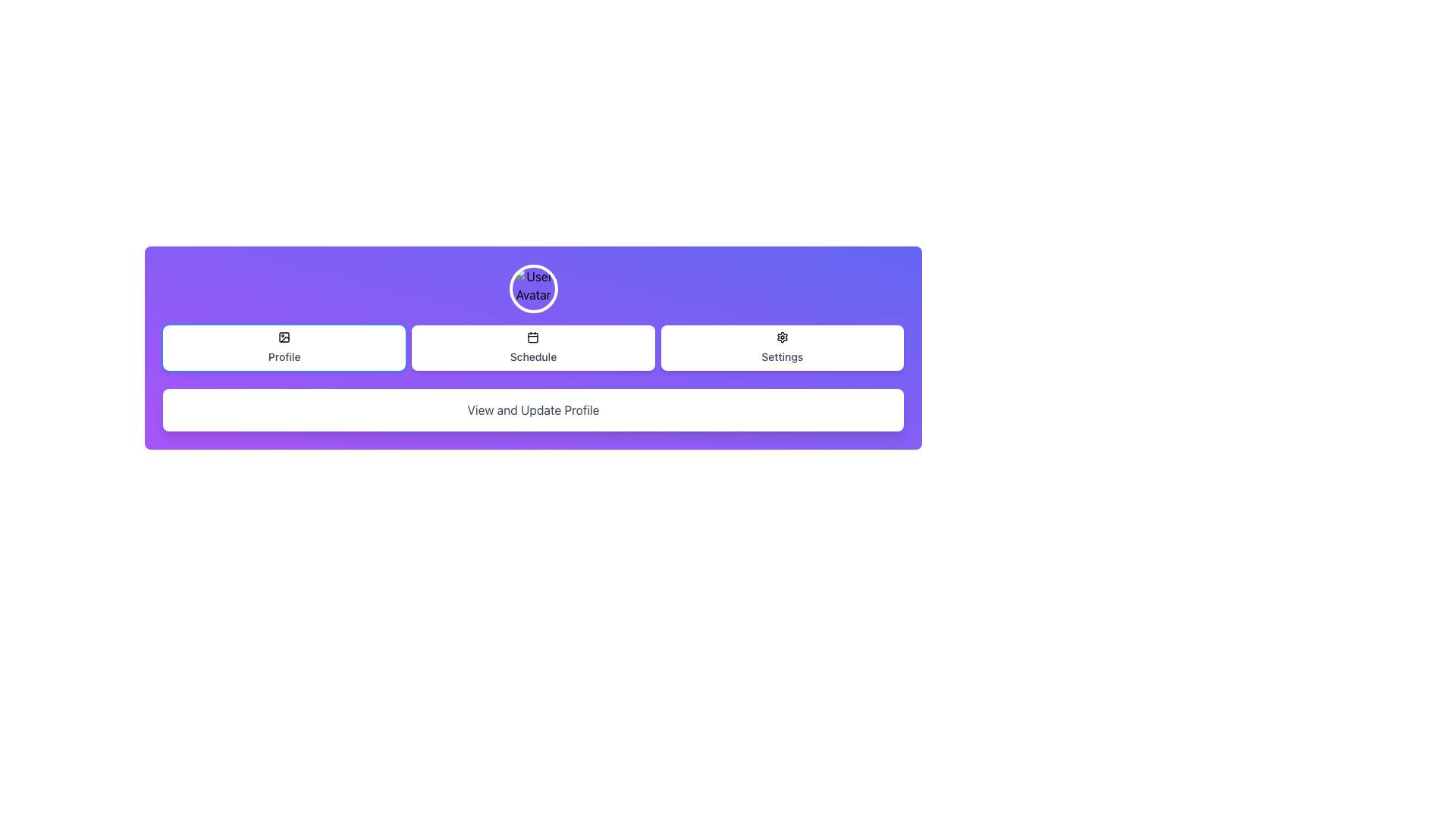 The image size is (1456, 819). Describe the element at coordinates (782, 336) in the screenshot. I see `the settings icon located at the top-center of the 'Settings' card, which is the third card from the left` at that location.